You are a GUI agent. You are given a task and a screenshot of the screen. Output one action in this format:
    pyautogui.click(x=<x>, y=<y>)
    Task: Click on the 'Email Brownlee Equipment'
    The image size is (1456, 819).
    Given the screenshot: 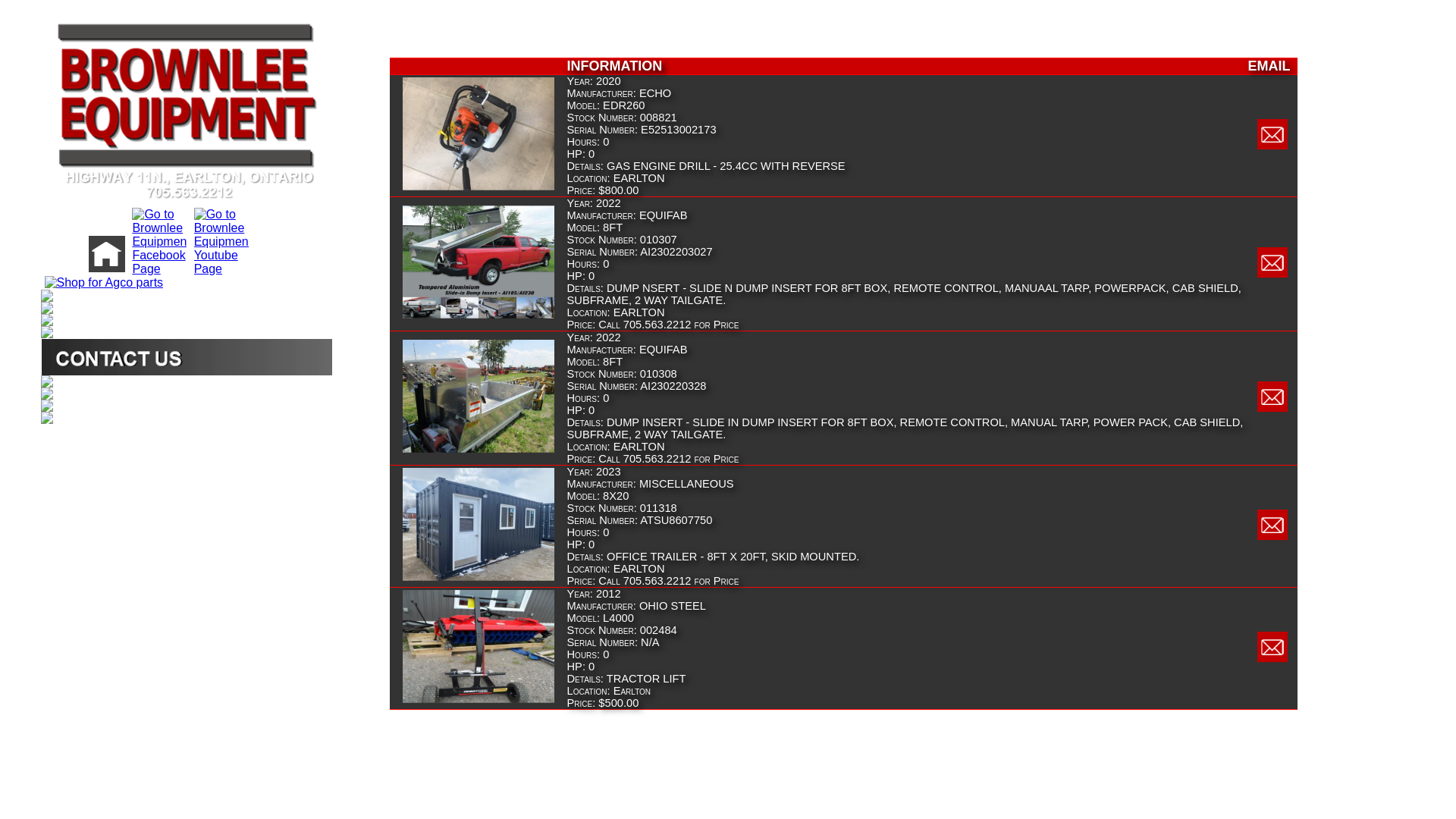 What is the action you would take?
    pyautogui.click(x=1272, y=146)
    